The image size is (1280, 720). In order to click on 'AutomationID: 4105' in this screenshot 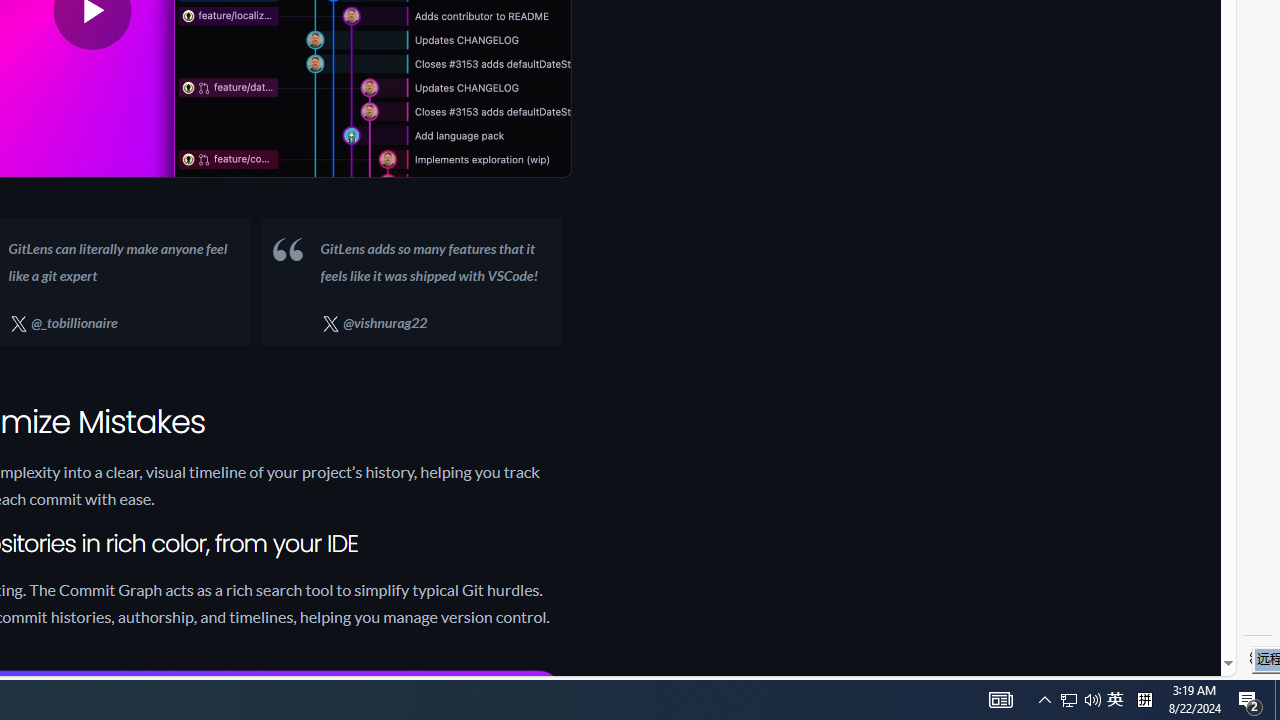, I will do `click(1044, 698)`.